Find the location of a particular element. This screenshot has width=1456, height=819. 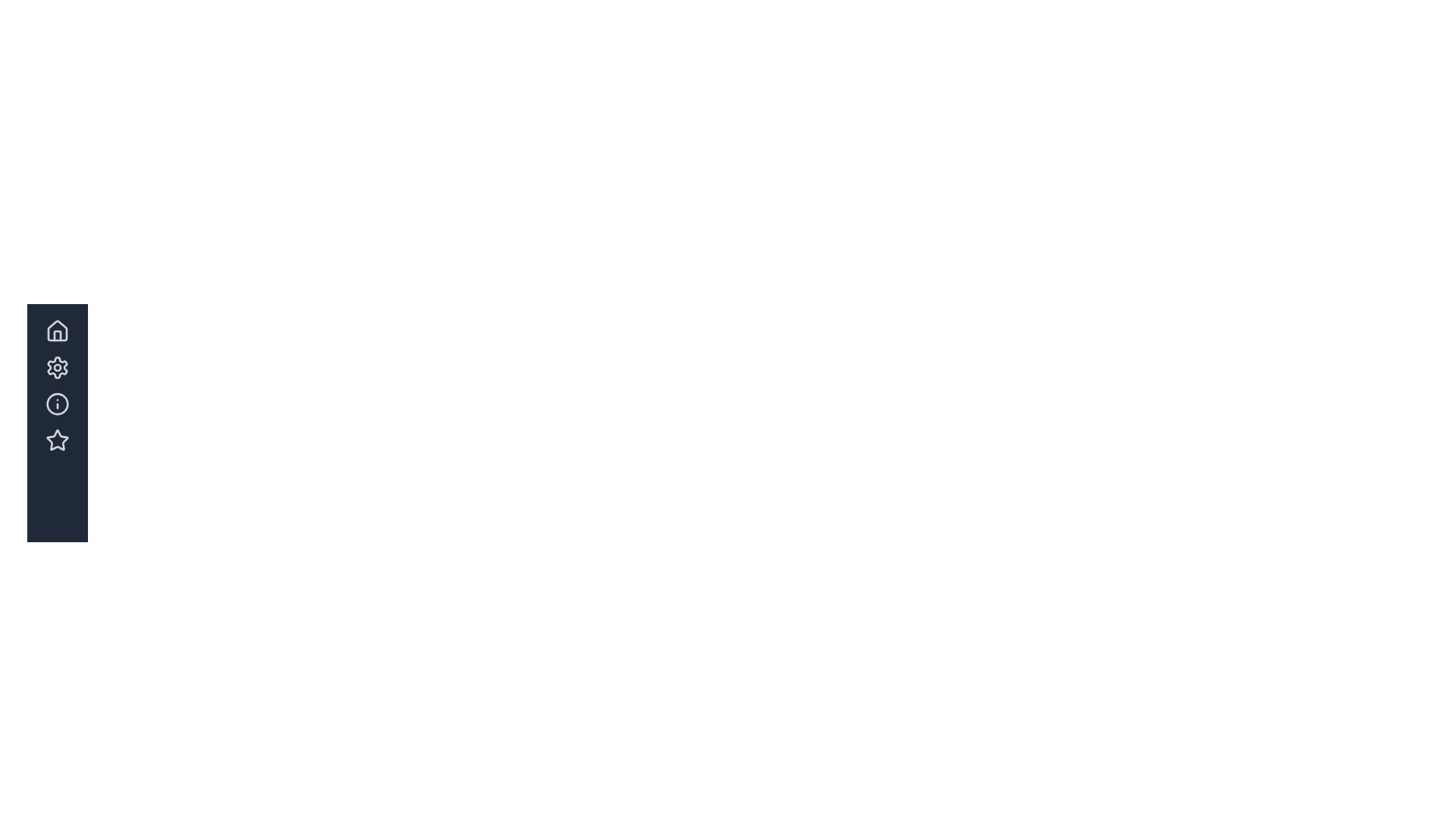

the circular information icon with a light gray border and dark gray background located in the left-hand sidebar, which is the third icon in a vertical list of four icons is located at coordinates (58, 403).